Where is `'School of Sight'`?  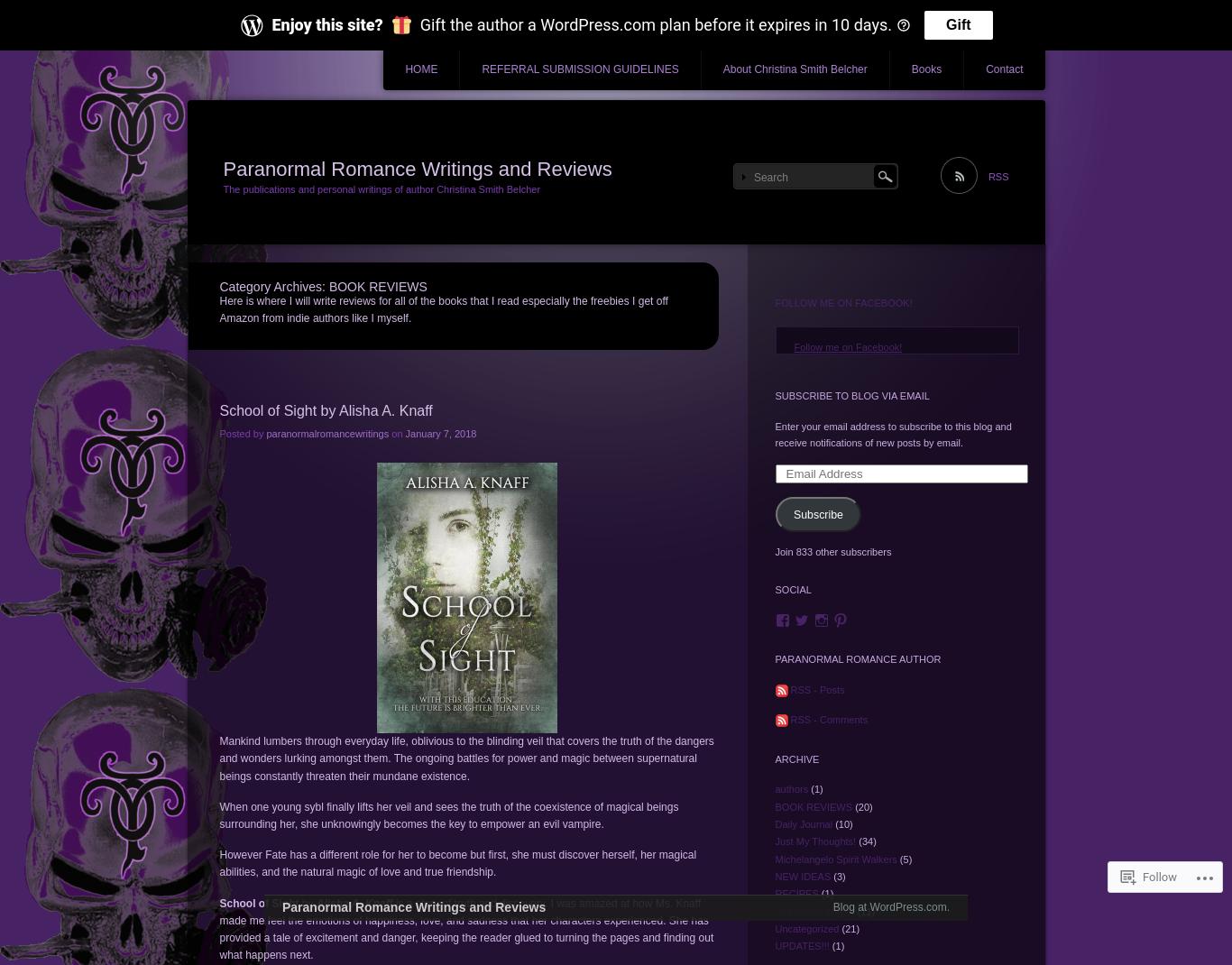
'School of Sight' is located at coordinates (258, 902).